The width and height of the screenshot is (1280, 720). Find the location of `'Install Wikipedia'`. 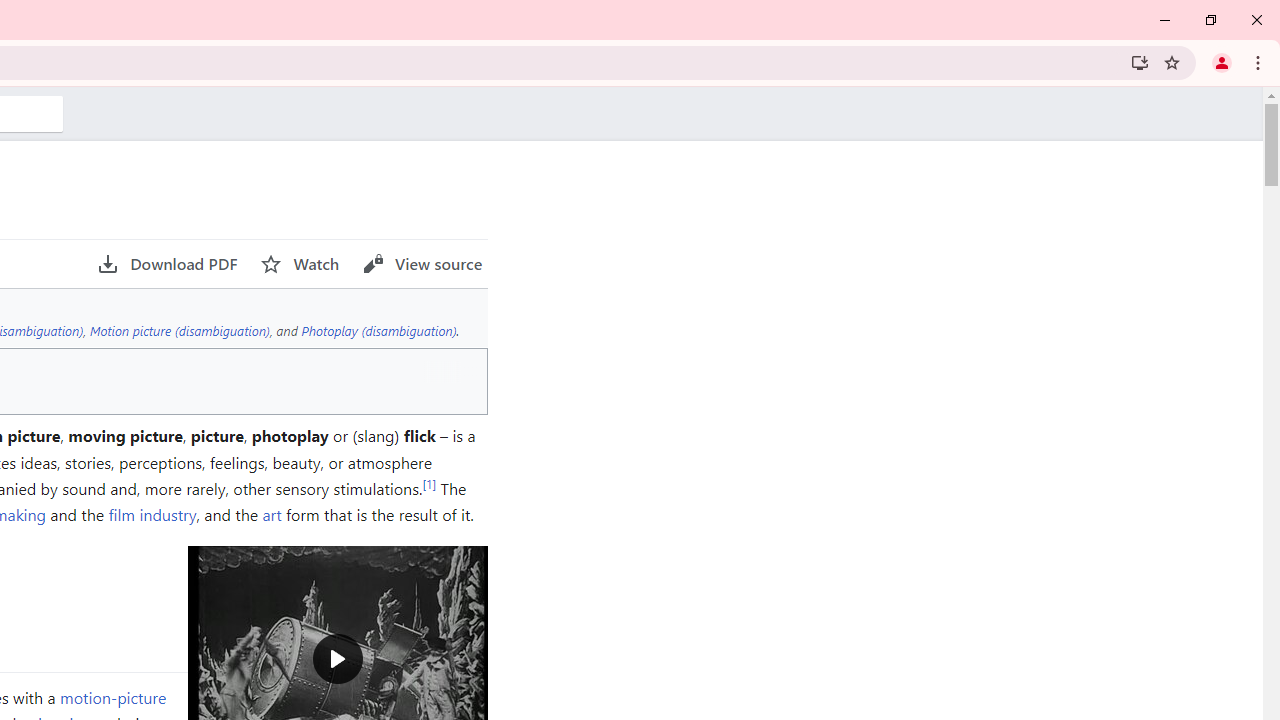

'Install Wikipedia' is located at coordinates (1139, 61).